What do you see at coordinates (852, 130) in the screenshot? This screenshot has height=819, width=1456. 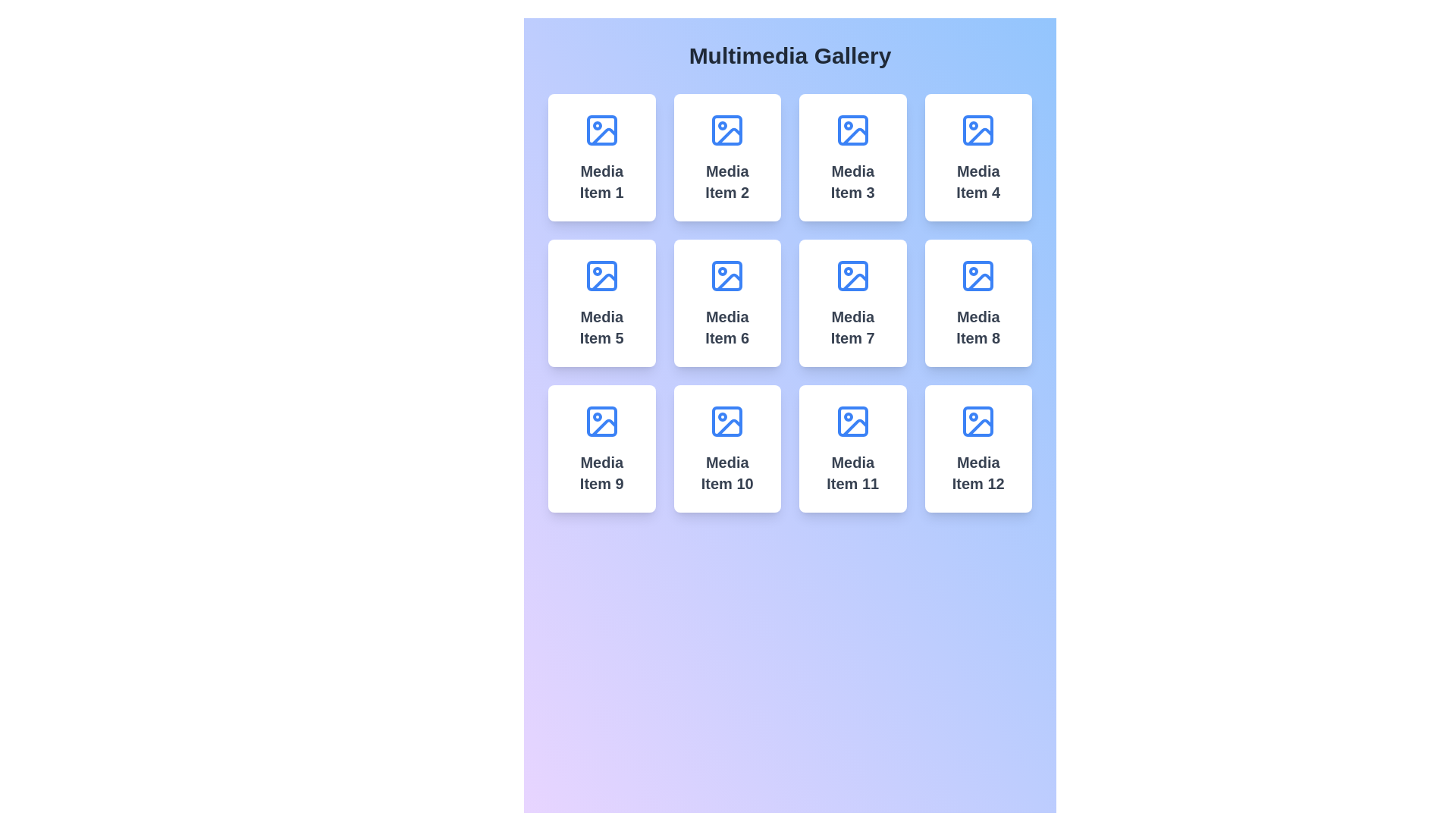 I see `the square icon representing a picture with a blue stroke and mountain-like shape, located in the 'Media Item 3' card, directly above the text label` at bounding box center [852, 130].